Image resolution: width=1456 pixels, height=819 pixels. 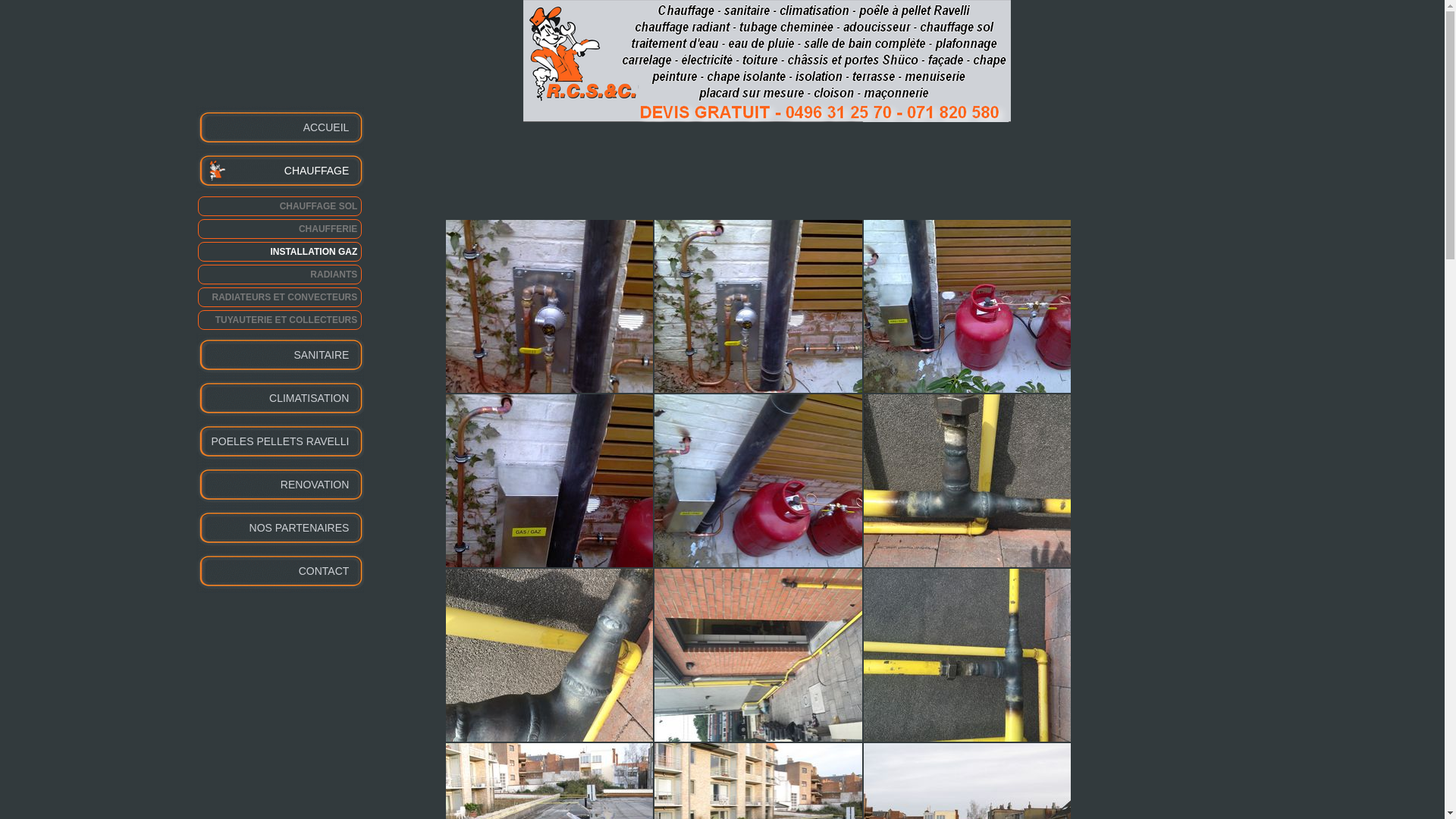 I want to click on 'CHAUFFAGE', so click(x=195, y=171).